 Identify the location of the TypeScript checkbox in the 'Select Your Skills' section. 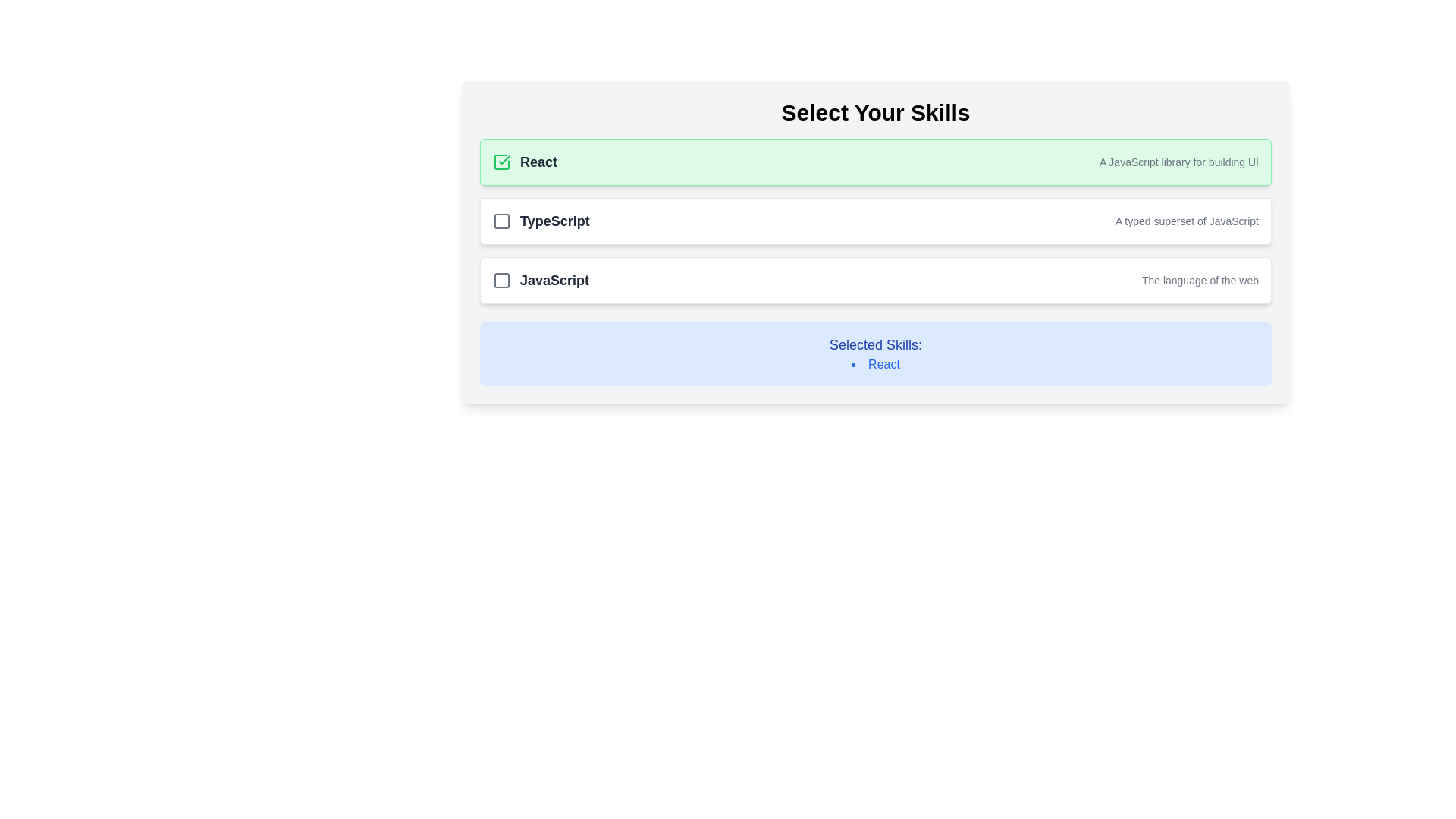
(876, 221).